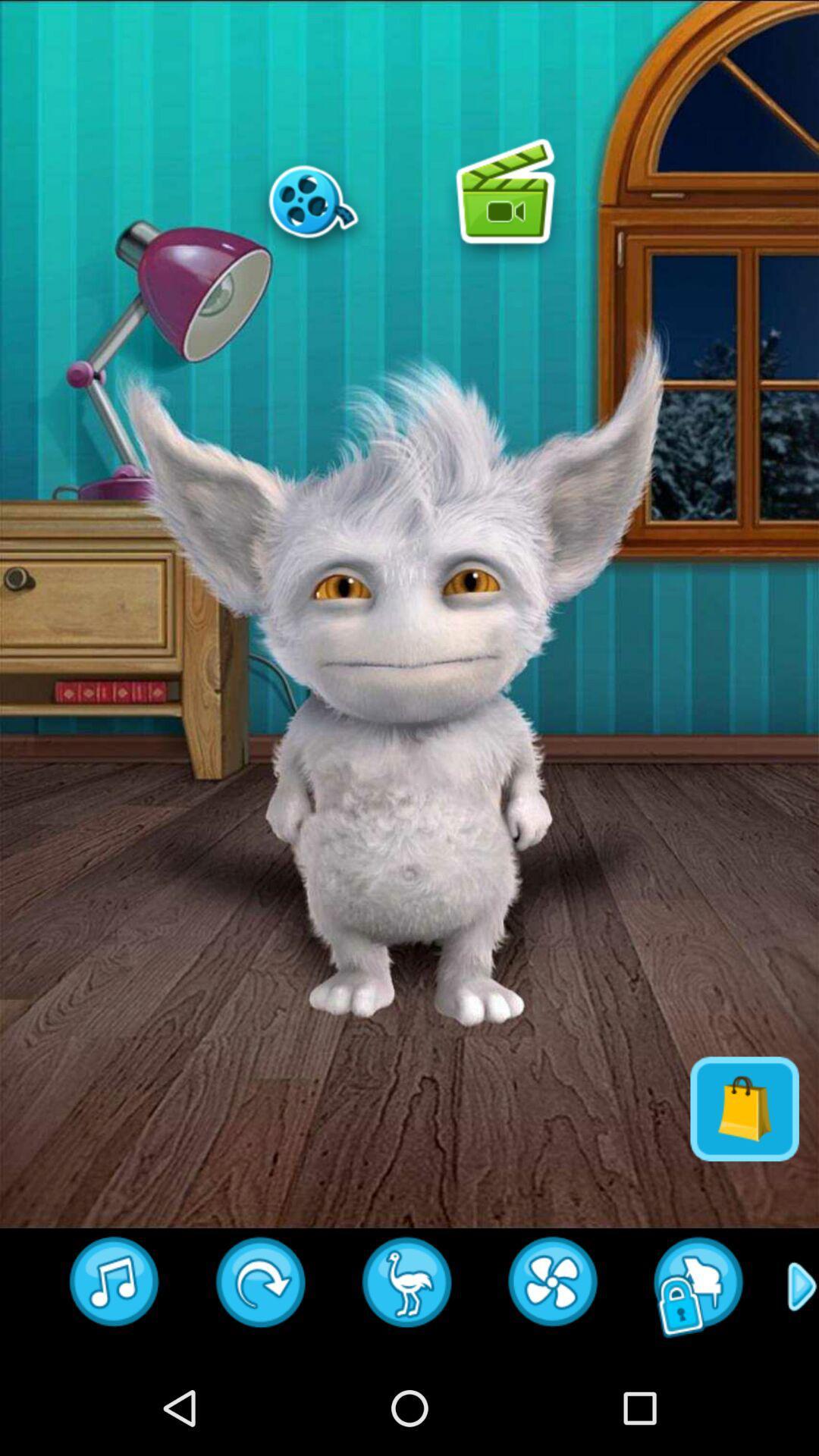  What do you see at coordinates (744, 1186) in the screenshot?
I see `the shop icon` at bounding box center [744, 1186].